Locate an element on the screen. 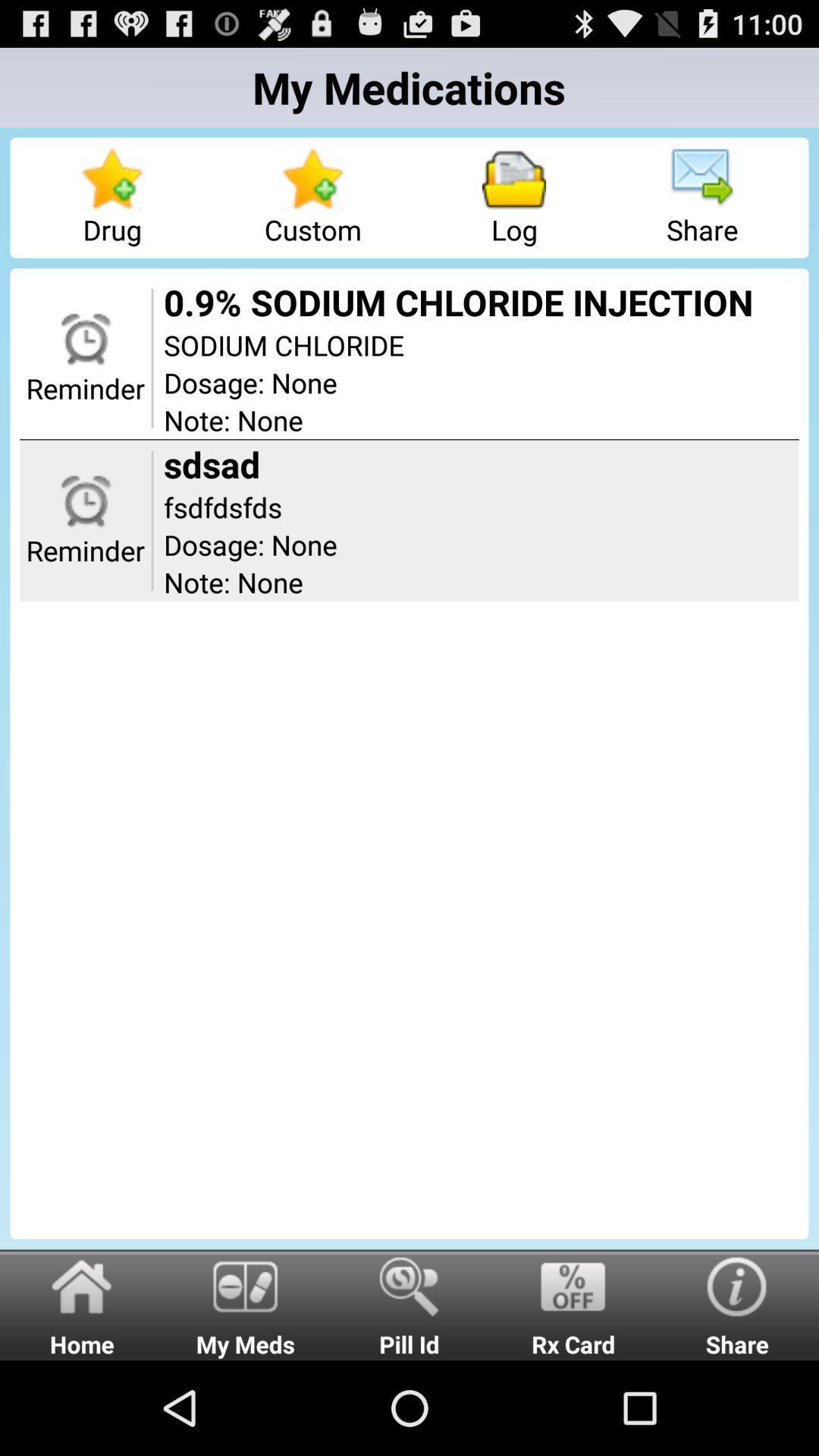 Image resolution: width=819 pixels, height=1456 pixels. radio button next to share radio button is located at coordinates (573, 1304).